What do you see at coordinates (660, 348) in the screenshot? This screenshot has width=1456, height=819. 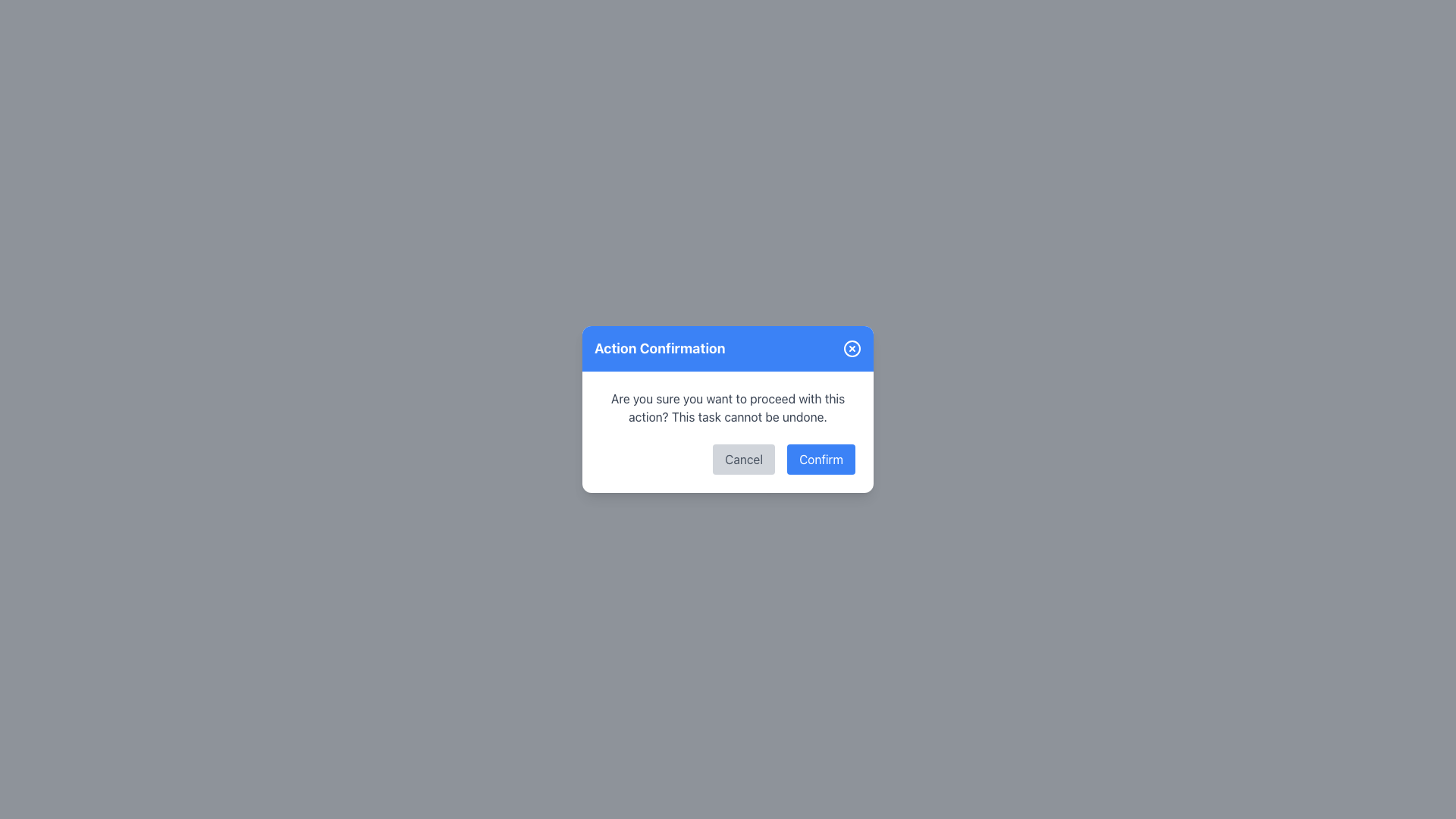 I see `the text label that serves as the heading for the modal dialog, located at the top center of the modal, indicating the purpose of the dialog` at bounding box center [660, 348].